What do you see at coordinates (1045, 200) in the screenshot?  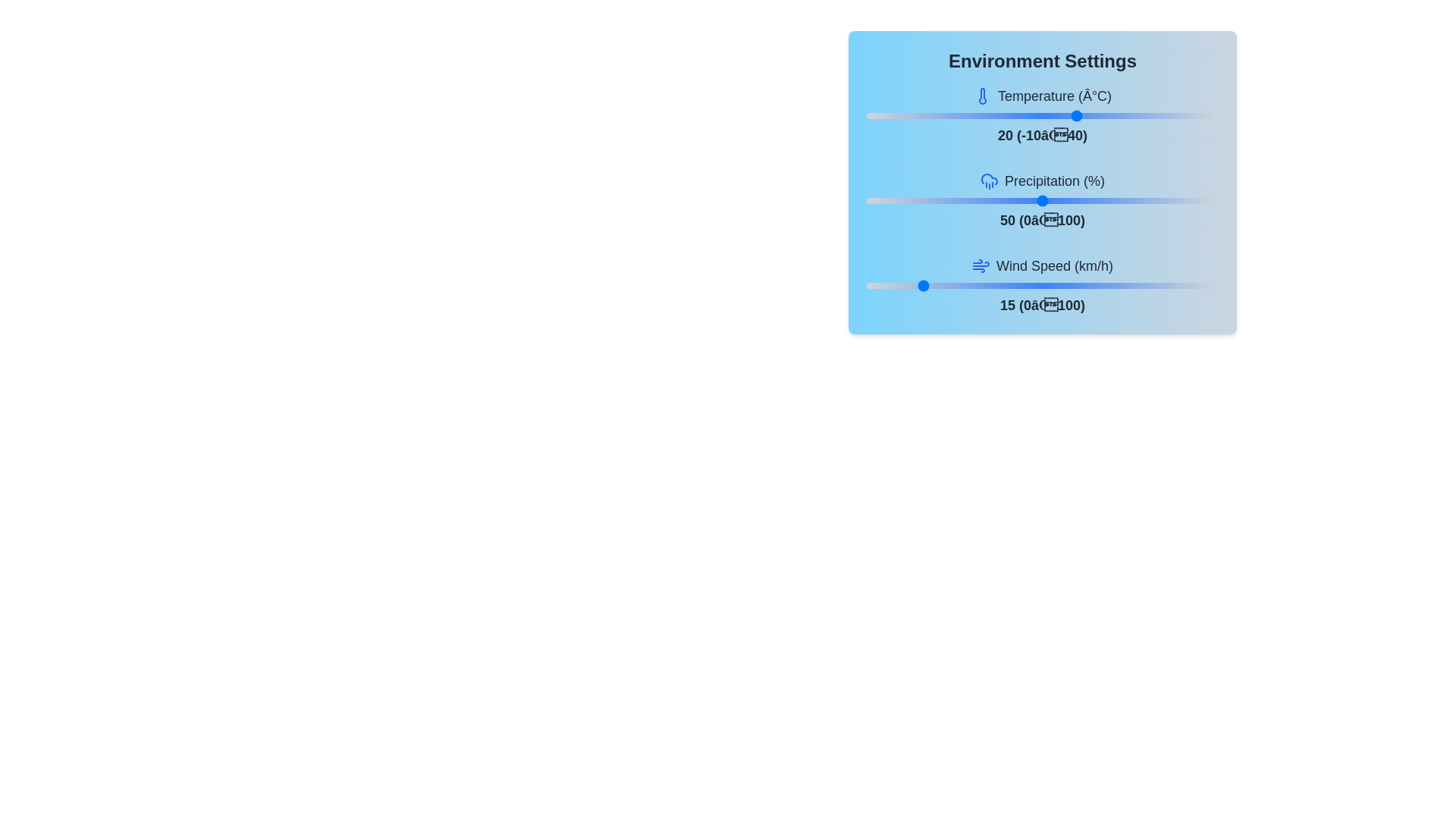 I see `the precipitation` at bounding box center [1045, 200].